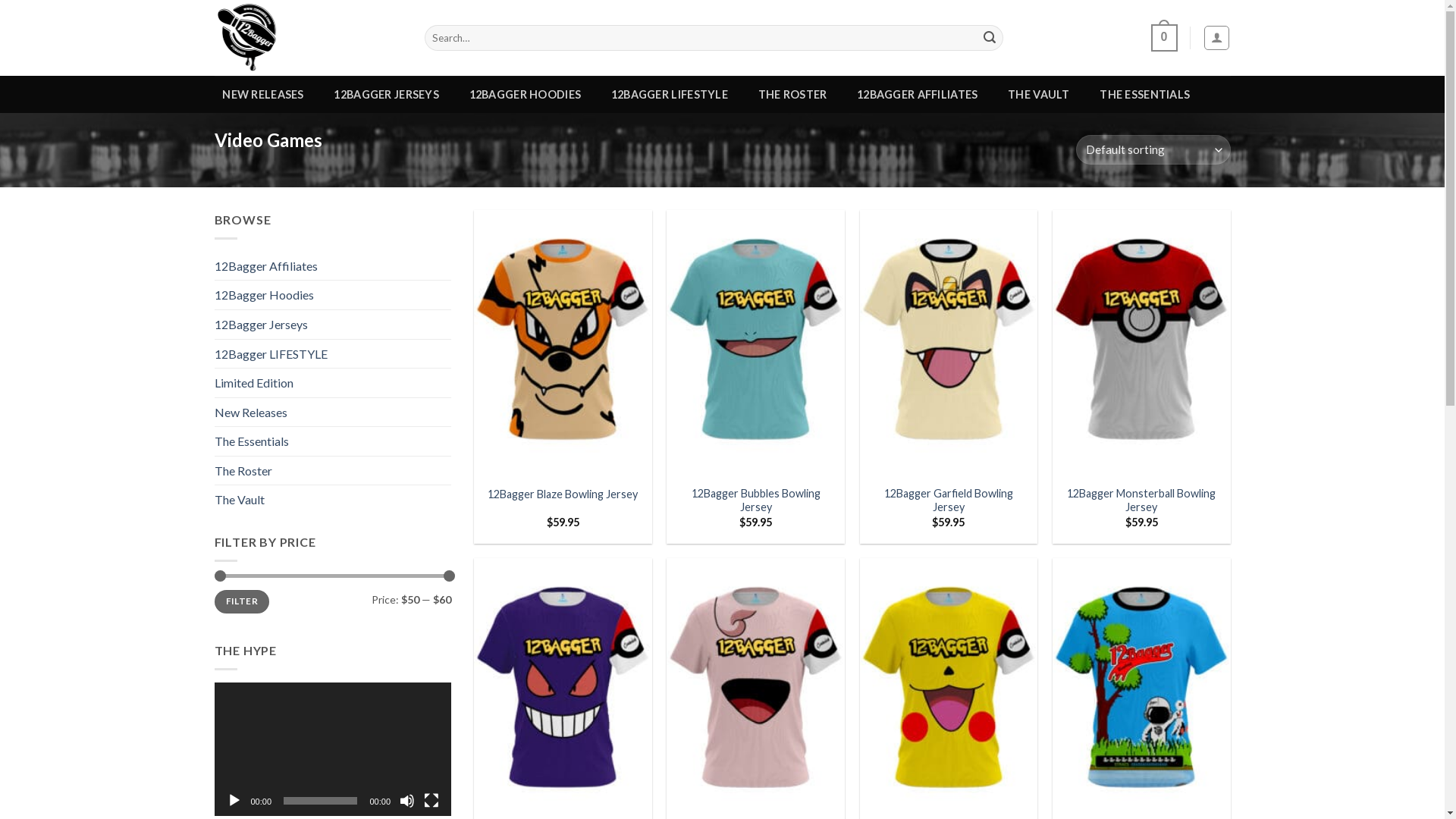 This screenshot has width=1456, height=819. What do you see at coordinates (400, 800) in the screenshot?
I see `'Mute'` at bounding box center [400, 800].